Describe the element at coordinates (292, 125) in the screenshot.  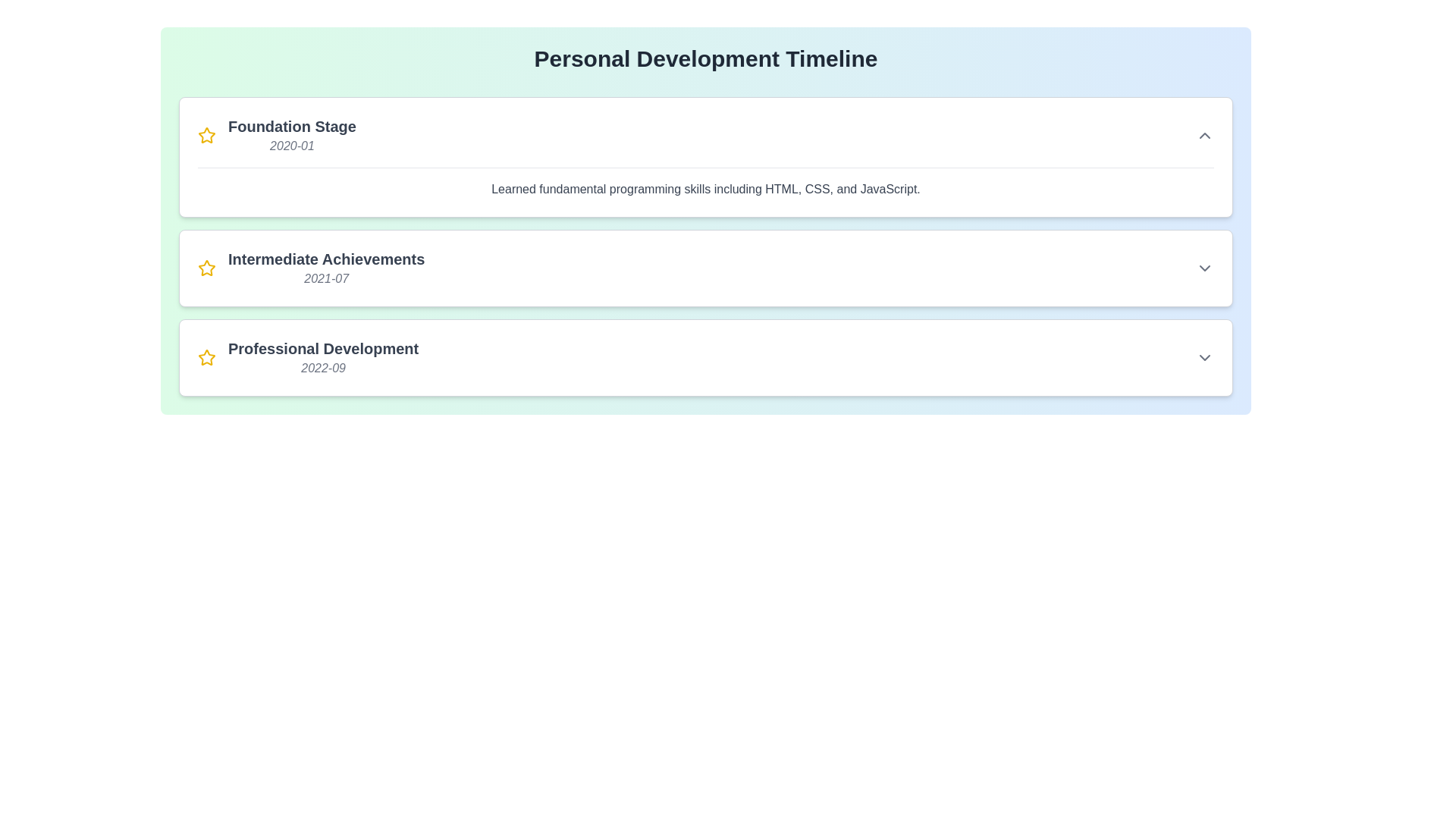
I see `the text label reading 'Foundation Stage' which is positioned at the top of the 'Foundation Stage 2020-01' section in a bold font style and dark gray color` at that location.